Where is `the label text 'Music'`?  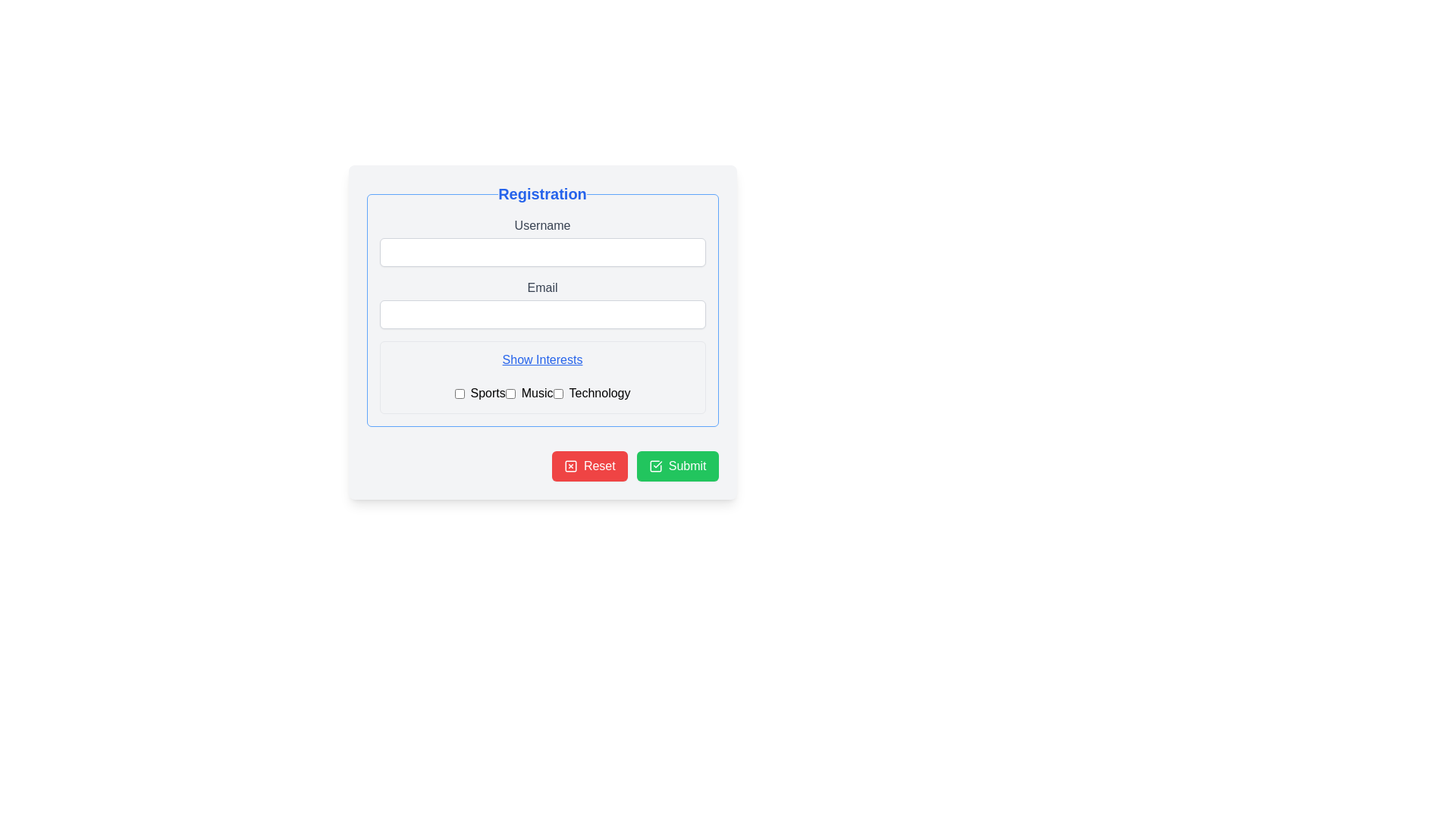 the label text 'Music' is located at coordinates (529, 393).